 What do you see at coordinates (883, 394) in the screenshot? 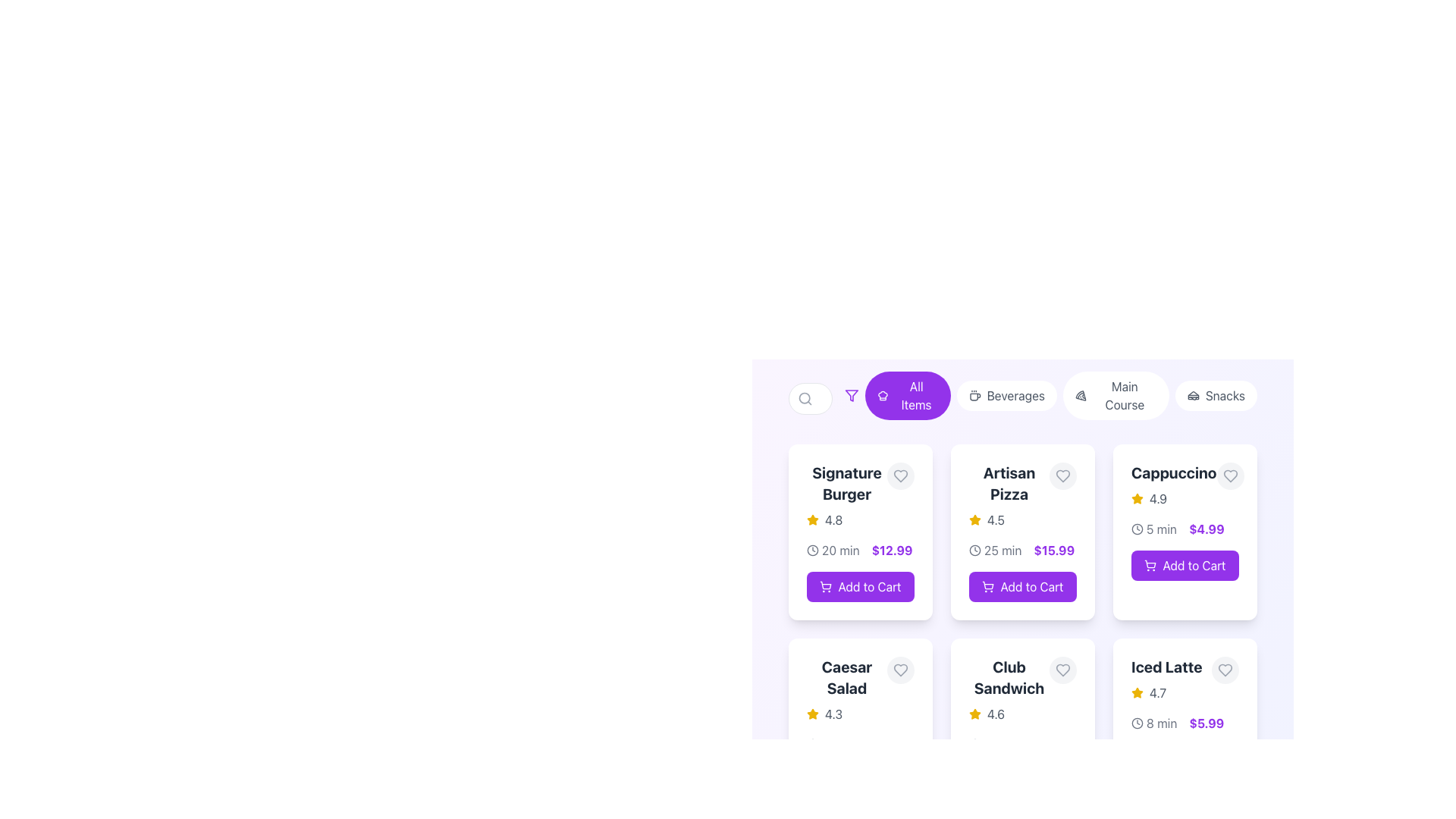
I see `the decorative icon for the 'All Items' category, located in the upper-right quadrant of the interface, to interact with the category` at bounding box center [883, 394].